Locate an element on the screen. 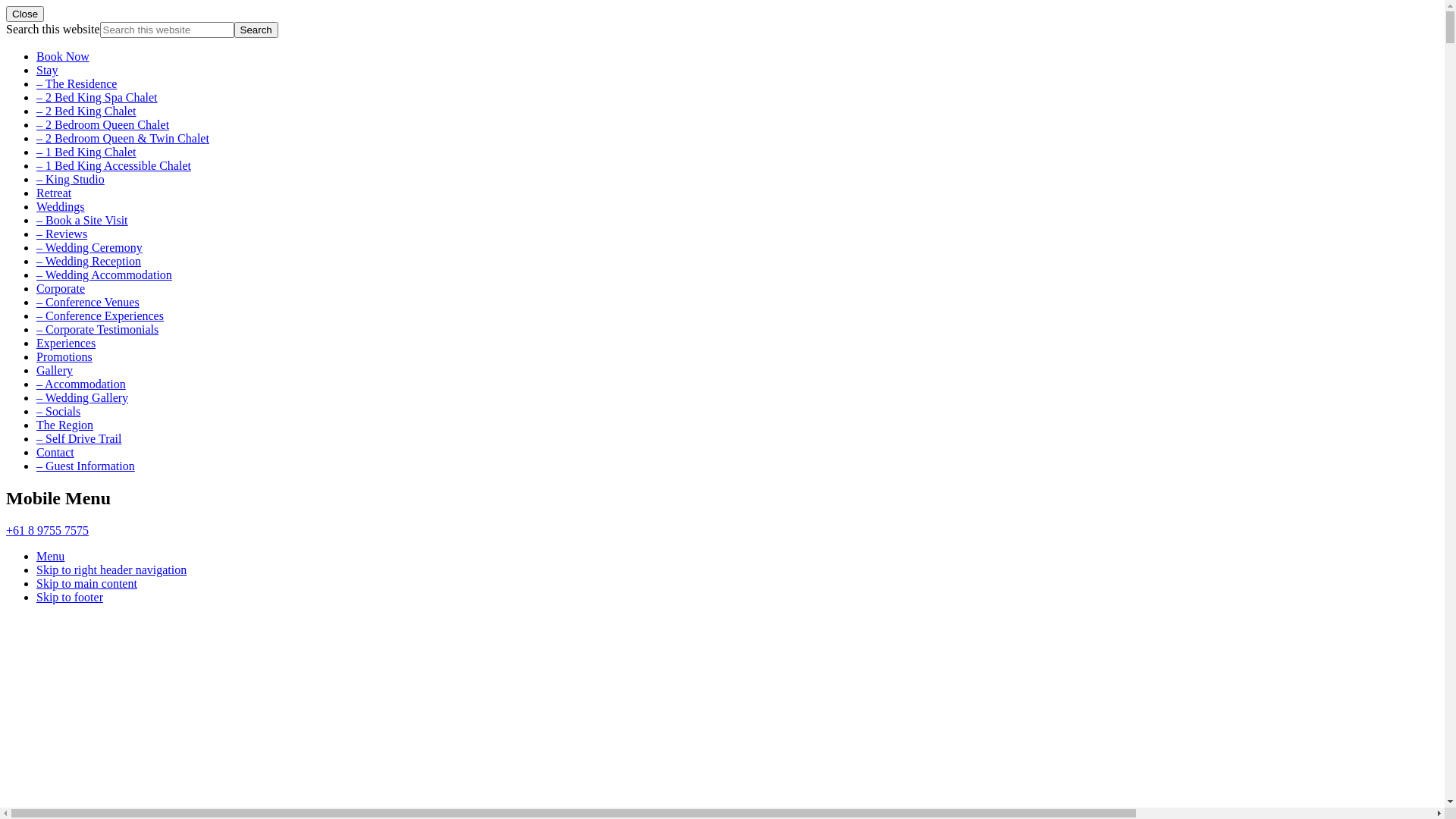 This screenshot has width=1456, height=819. 'Book Now' is located at coordinates (36, 55).